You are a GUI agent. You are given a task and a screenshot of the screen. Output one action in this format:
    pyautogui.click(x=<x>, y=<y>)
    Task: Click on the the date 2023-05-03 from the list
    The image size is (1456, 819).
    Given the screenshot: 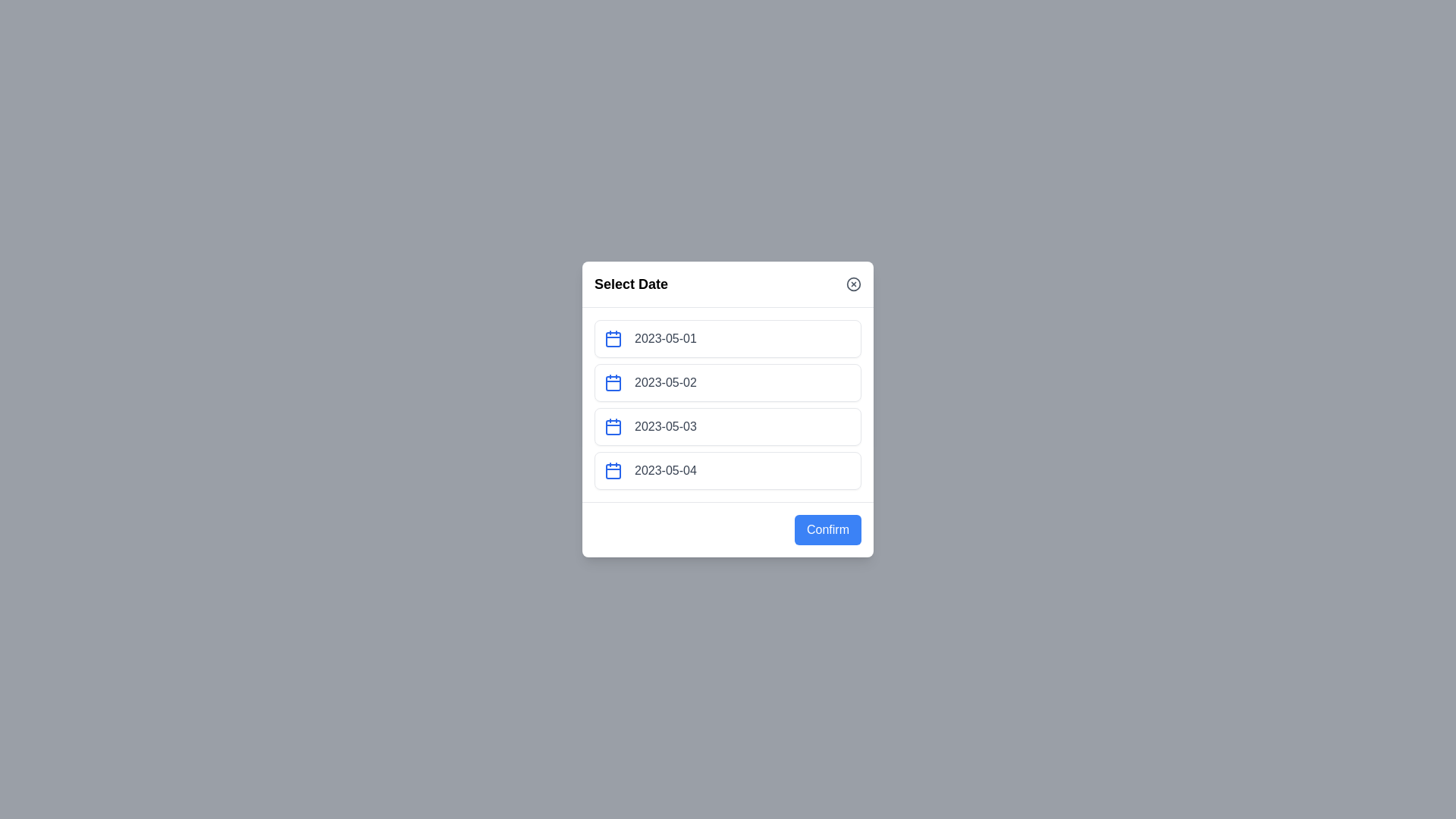 What is the action you would take?
    pyautogui.click(x=728, y=427)
    